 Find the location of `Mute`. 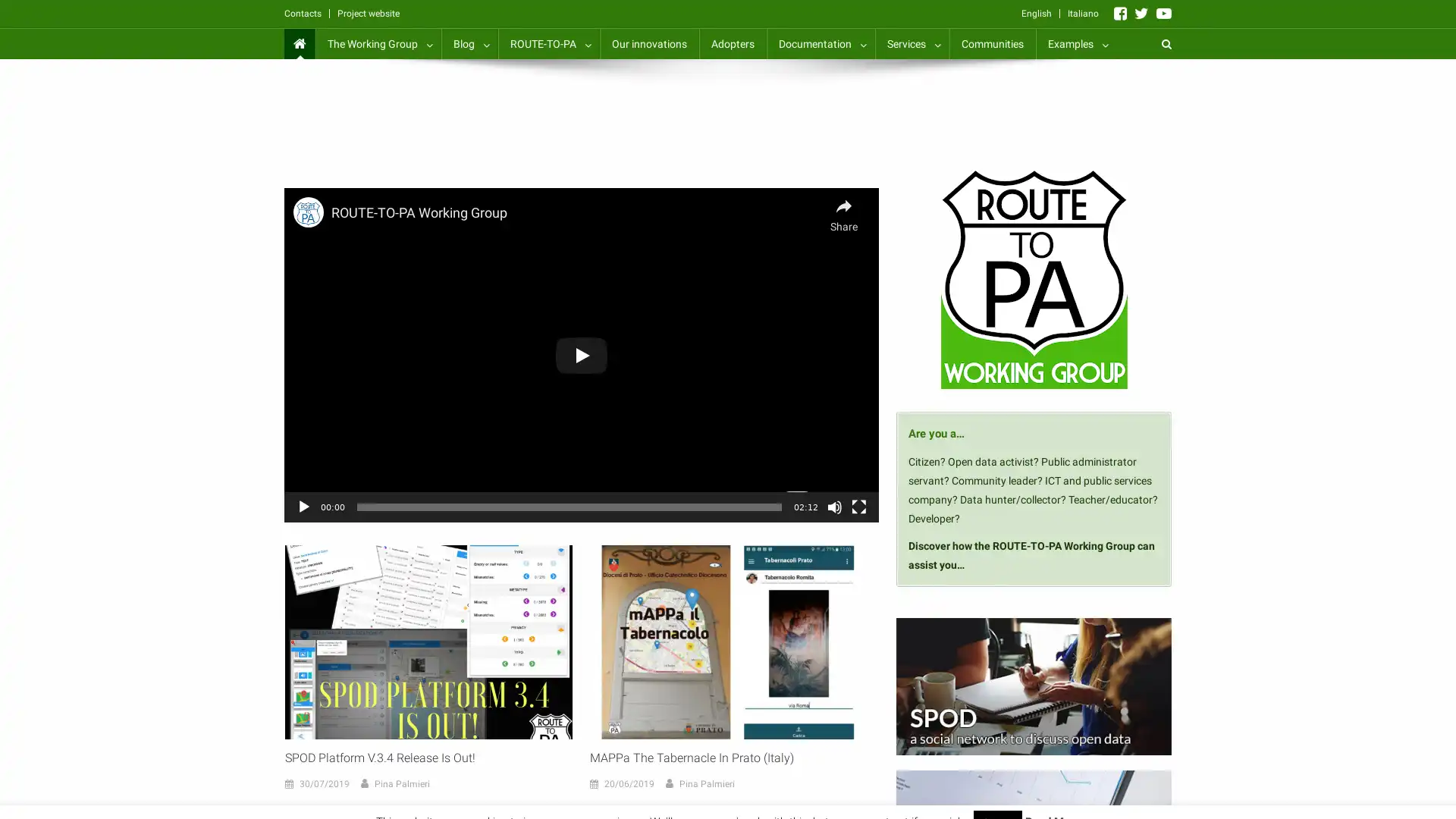

Mute is located at coordinates (833, 507).